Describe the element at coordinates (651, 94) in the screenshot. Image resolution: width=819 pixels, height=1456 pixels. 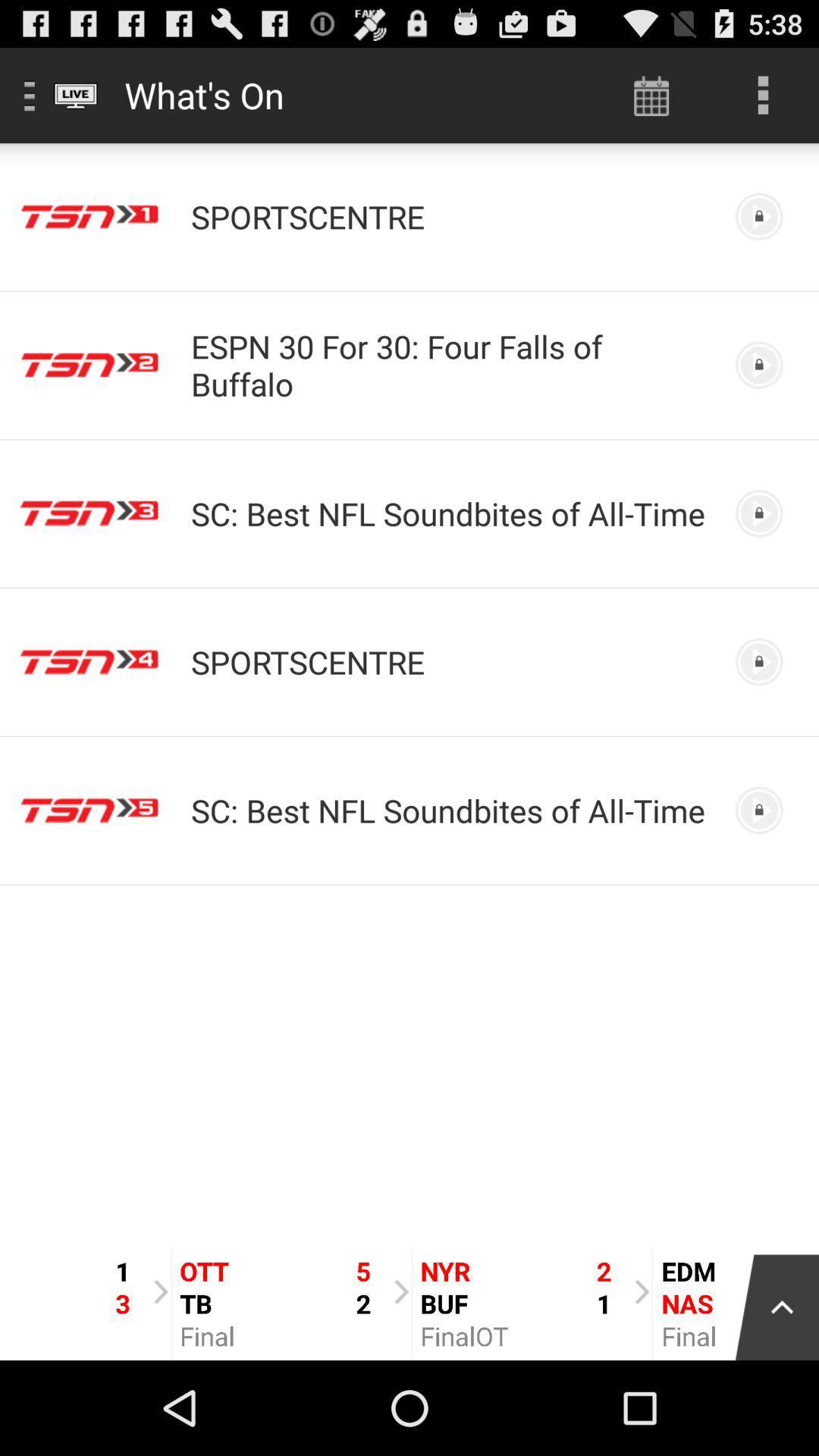
I see `item next to what's on` at that location.